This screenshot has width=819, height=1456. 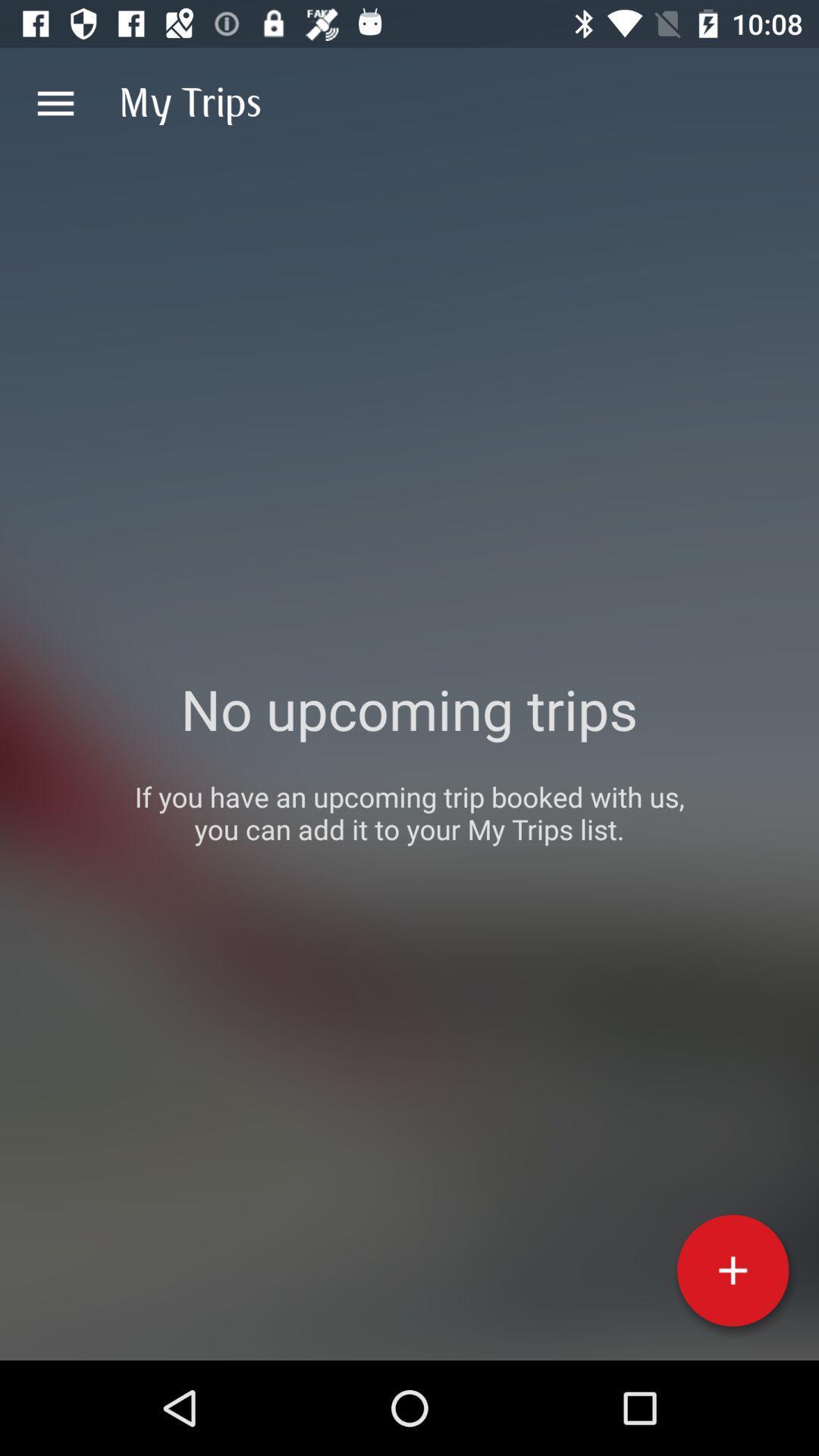 I want to click on trip, so click(x=732, y=1270).